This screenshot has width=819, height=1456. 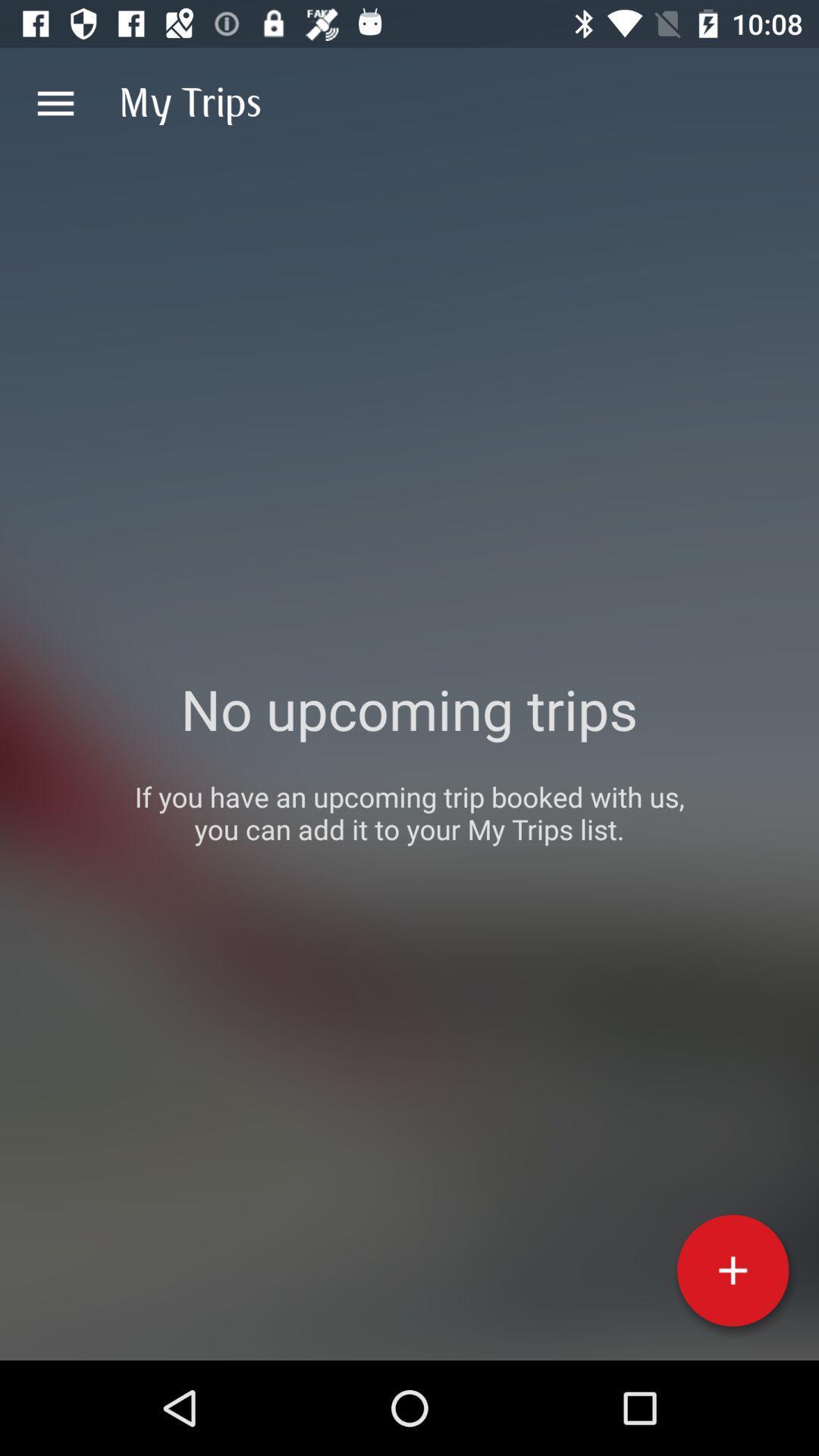 I want to click on trip, so click(x=732, y=1270).